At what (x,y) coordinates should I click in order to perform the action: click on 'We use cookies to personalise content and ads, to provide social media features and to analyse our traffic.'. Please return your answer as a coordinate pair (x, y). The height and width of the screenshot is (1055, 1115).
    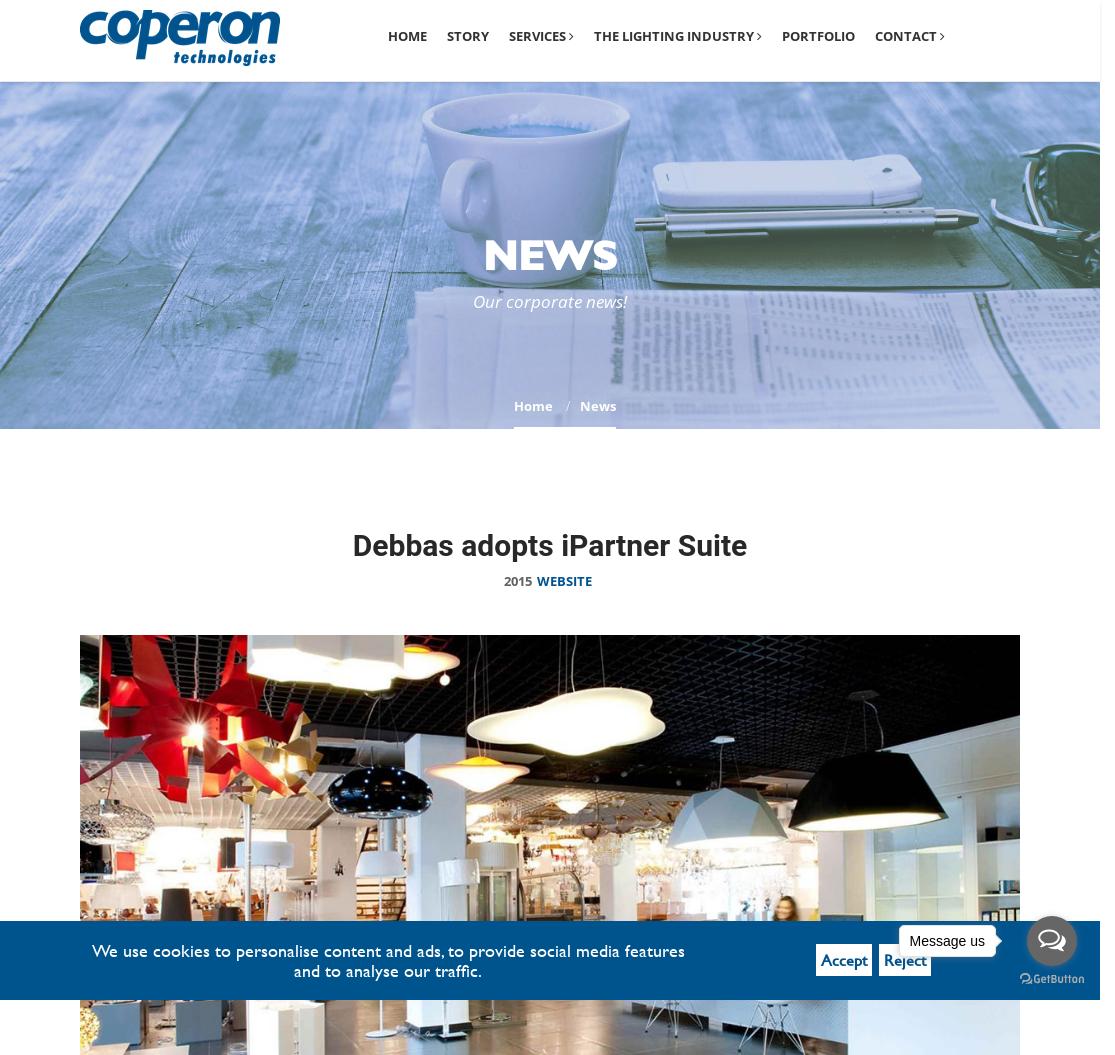
    Looking at the image, I should click on (386, 959).